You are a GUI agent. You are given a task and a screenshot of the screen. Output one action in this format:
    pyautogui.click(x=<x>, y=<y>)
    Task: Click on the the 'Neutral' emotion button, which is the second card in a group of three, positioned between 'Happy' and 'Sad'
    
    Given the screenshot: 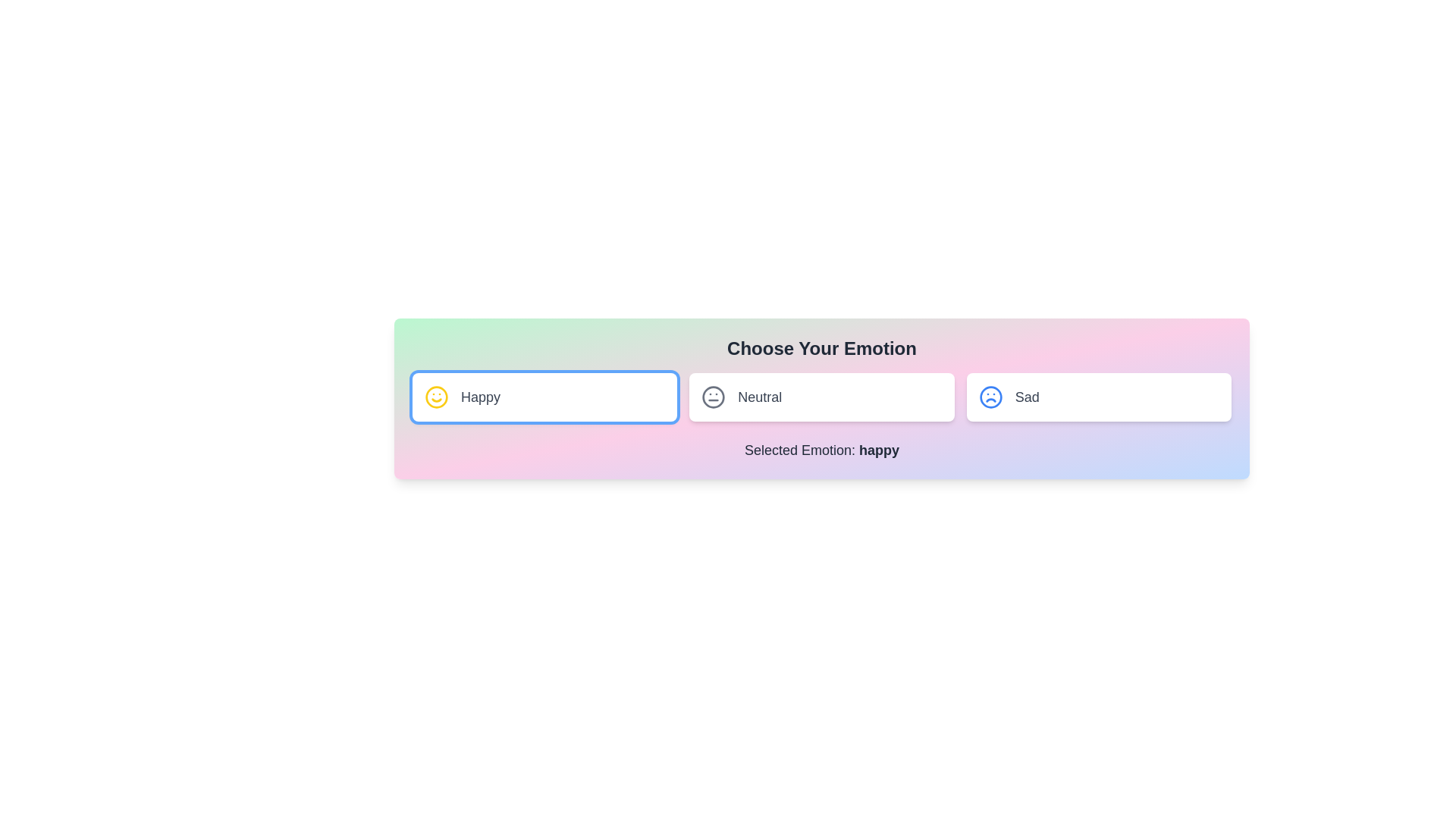 What is the action you would take?
    pyautogui.click(x=821, y=397)
    